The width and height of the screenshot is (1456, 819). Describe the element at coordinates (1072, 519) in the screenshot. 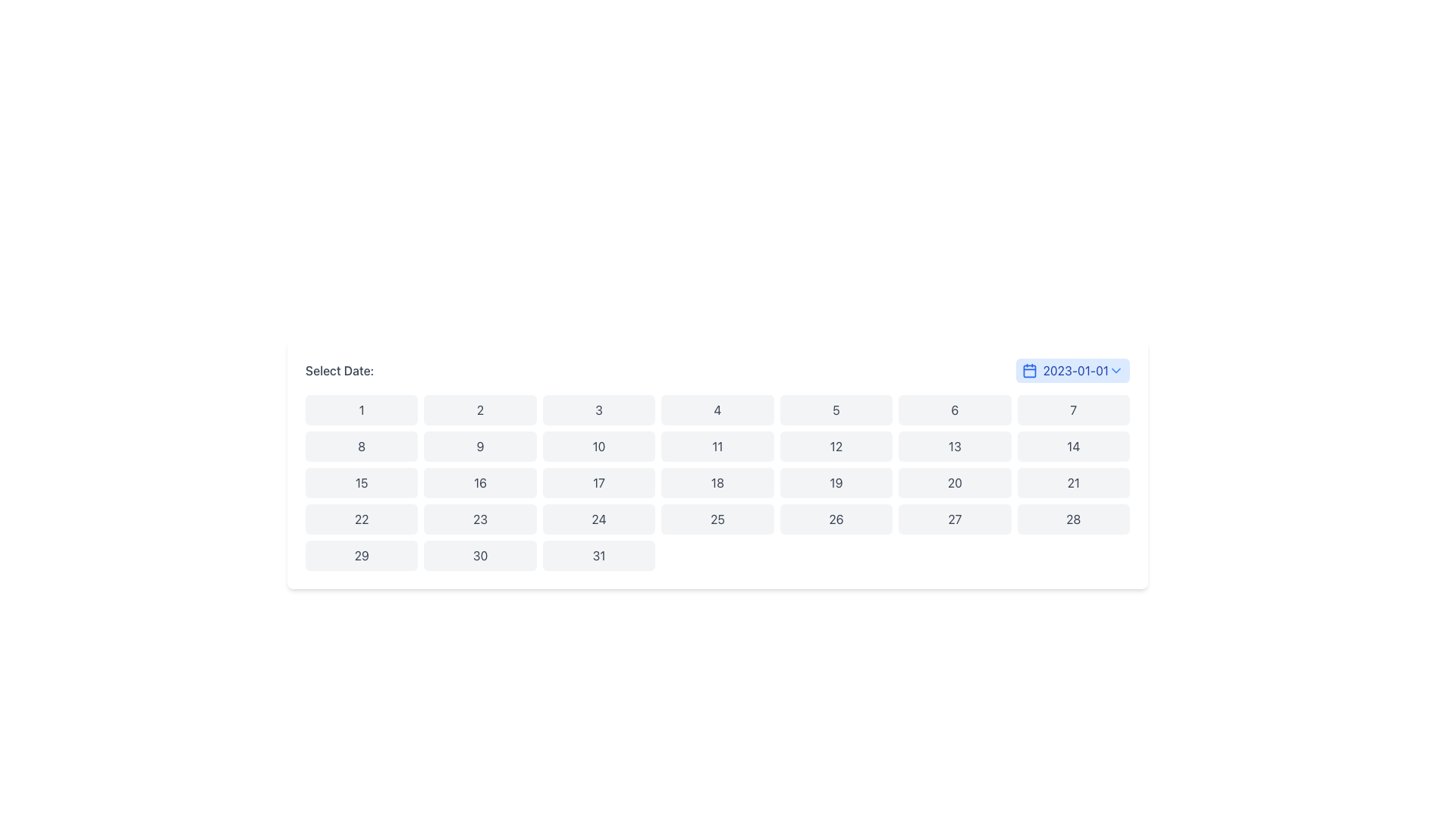

I see `the button displaying the number '28' located in the 5th row and 7th column of the grid` at that location.